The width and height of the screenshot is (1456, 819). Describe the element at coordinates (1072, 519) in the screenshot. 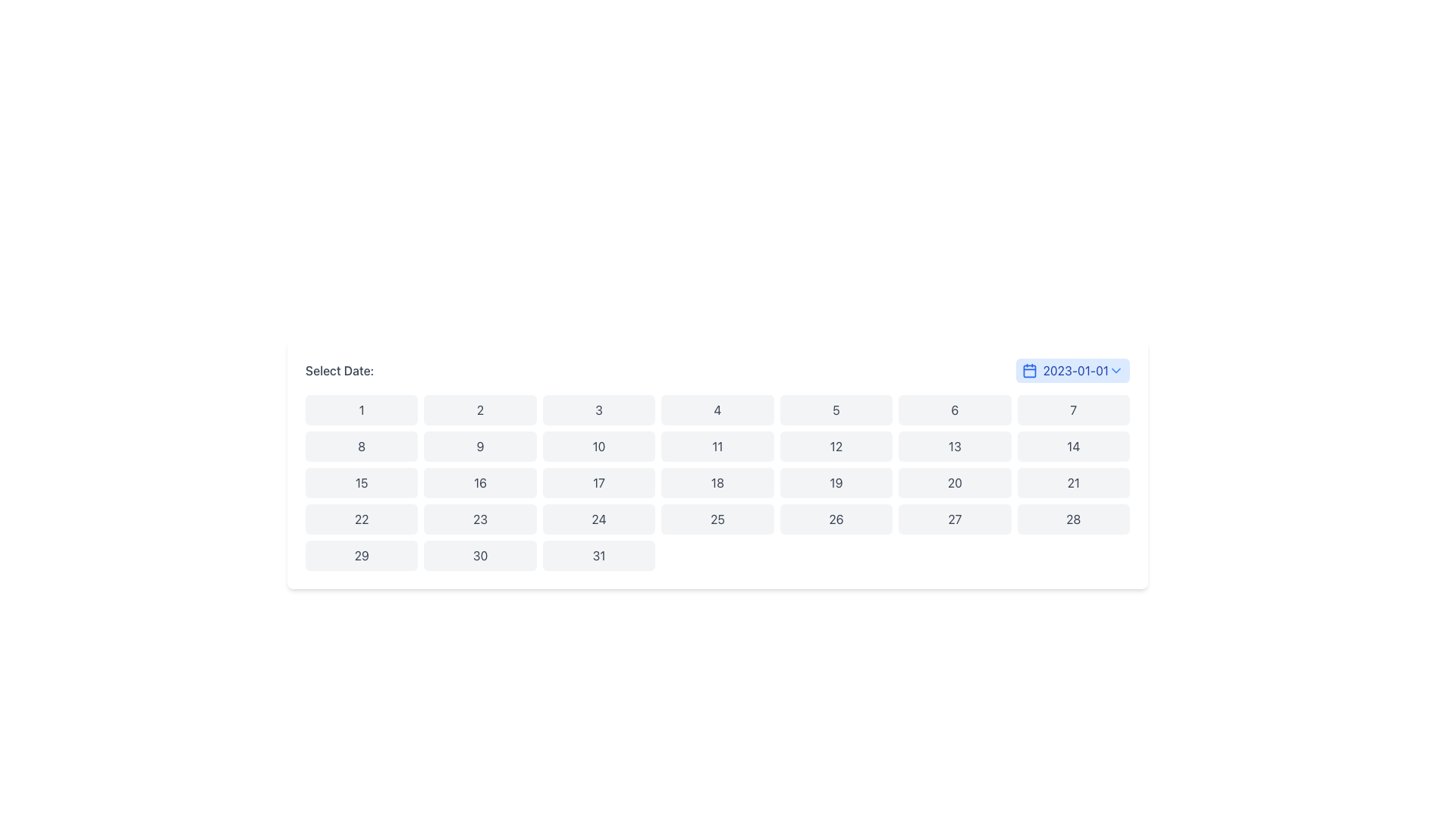

I see `the button displaying the number '28' located in the 5th row and 7th column of the grid` at that location.